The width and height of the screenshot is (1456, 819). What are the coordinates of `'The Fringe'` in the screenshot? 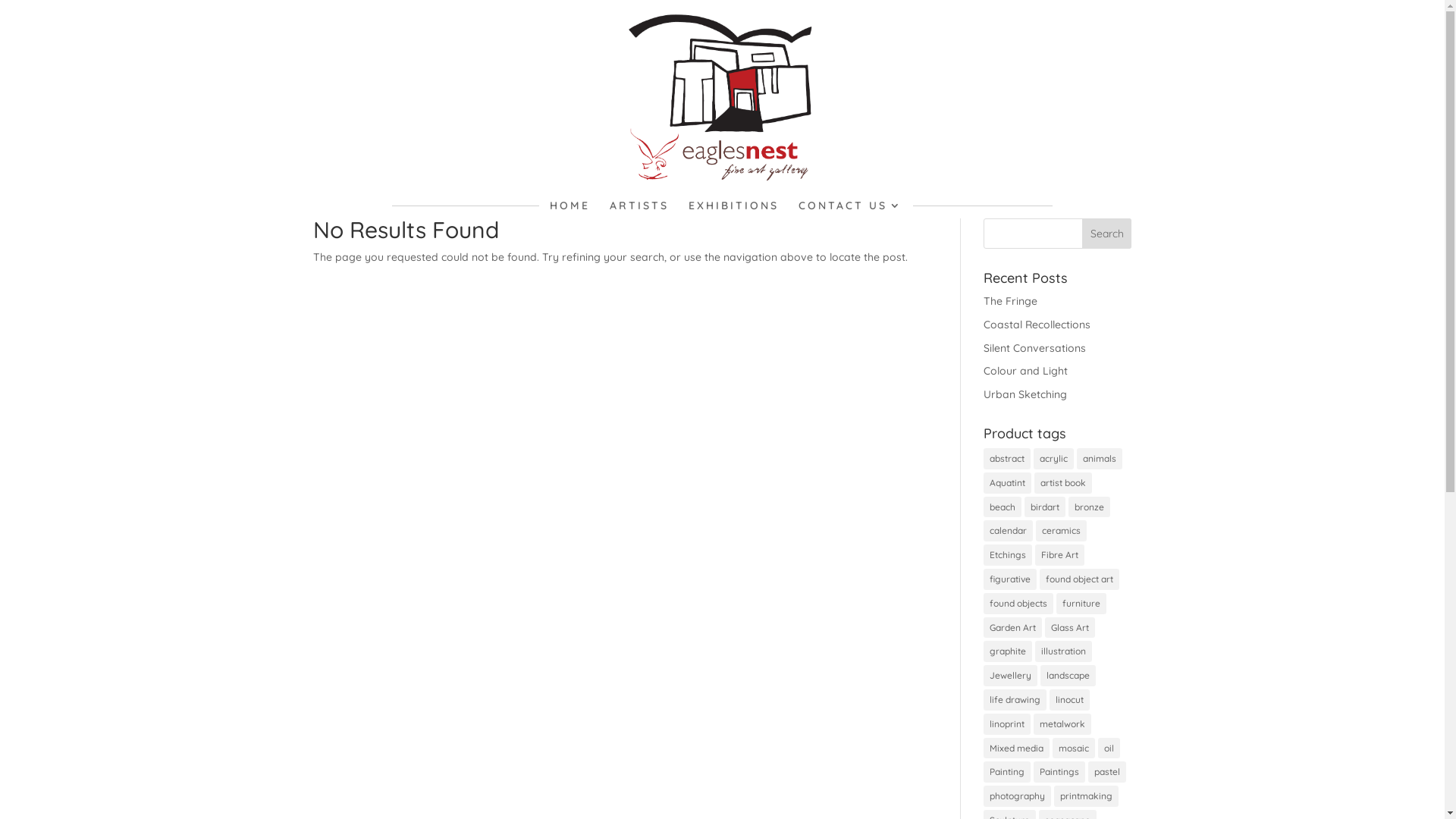 It's located at (1010, 301).